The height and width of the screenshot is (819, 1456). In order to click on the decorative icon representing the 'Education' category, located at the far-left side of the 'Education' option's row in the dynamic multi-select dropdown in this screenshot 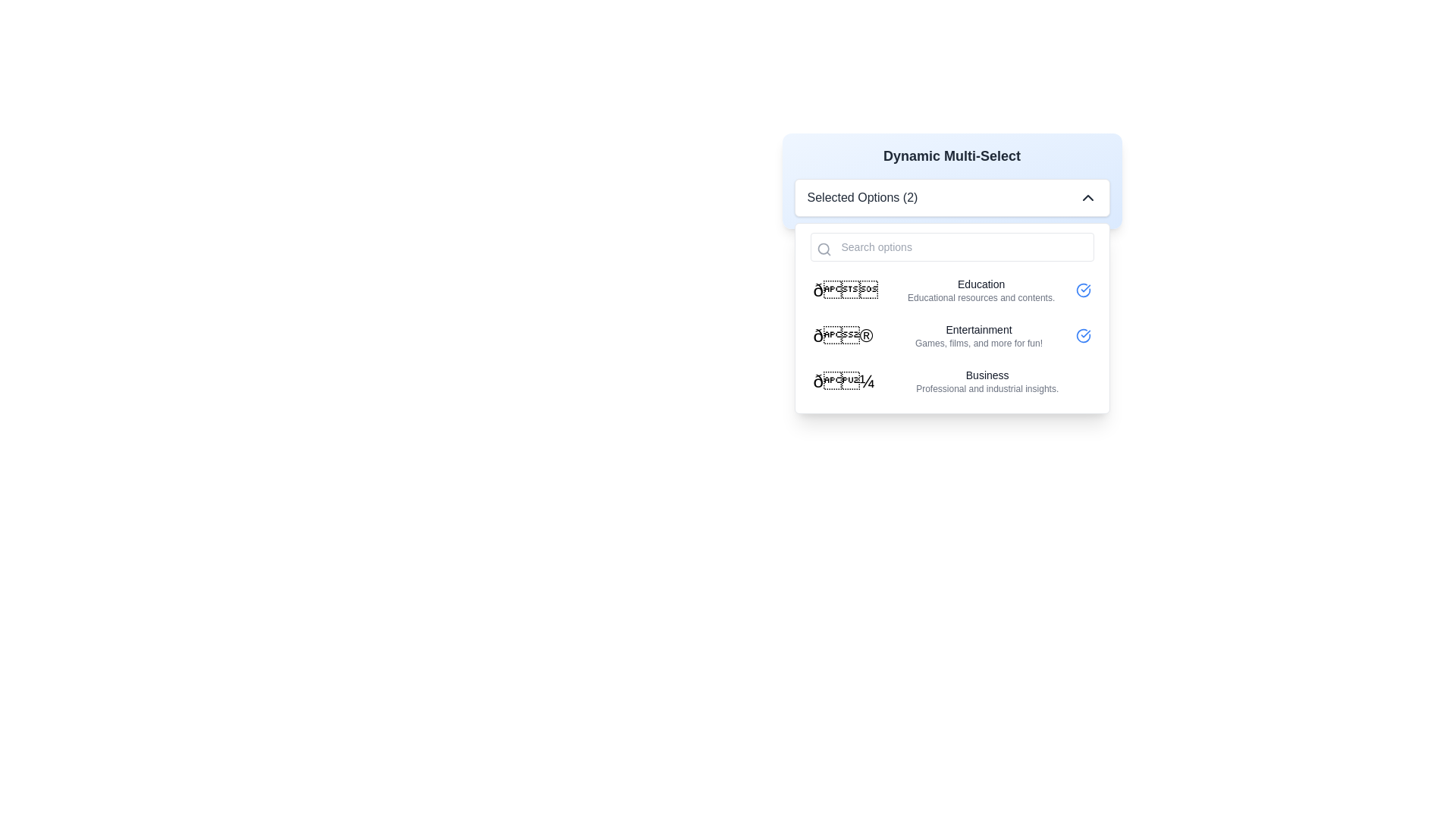, I will do `click(850, 290)`.